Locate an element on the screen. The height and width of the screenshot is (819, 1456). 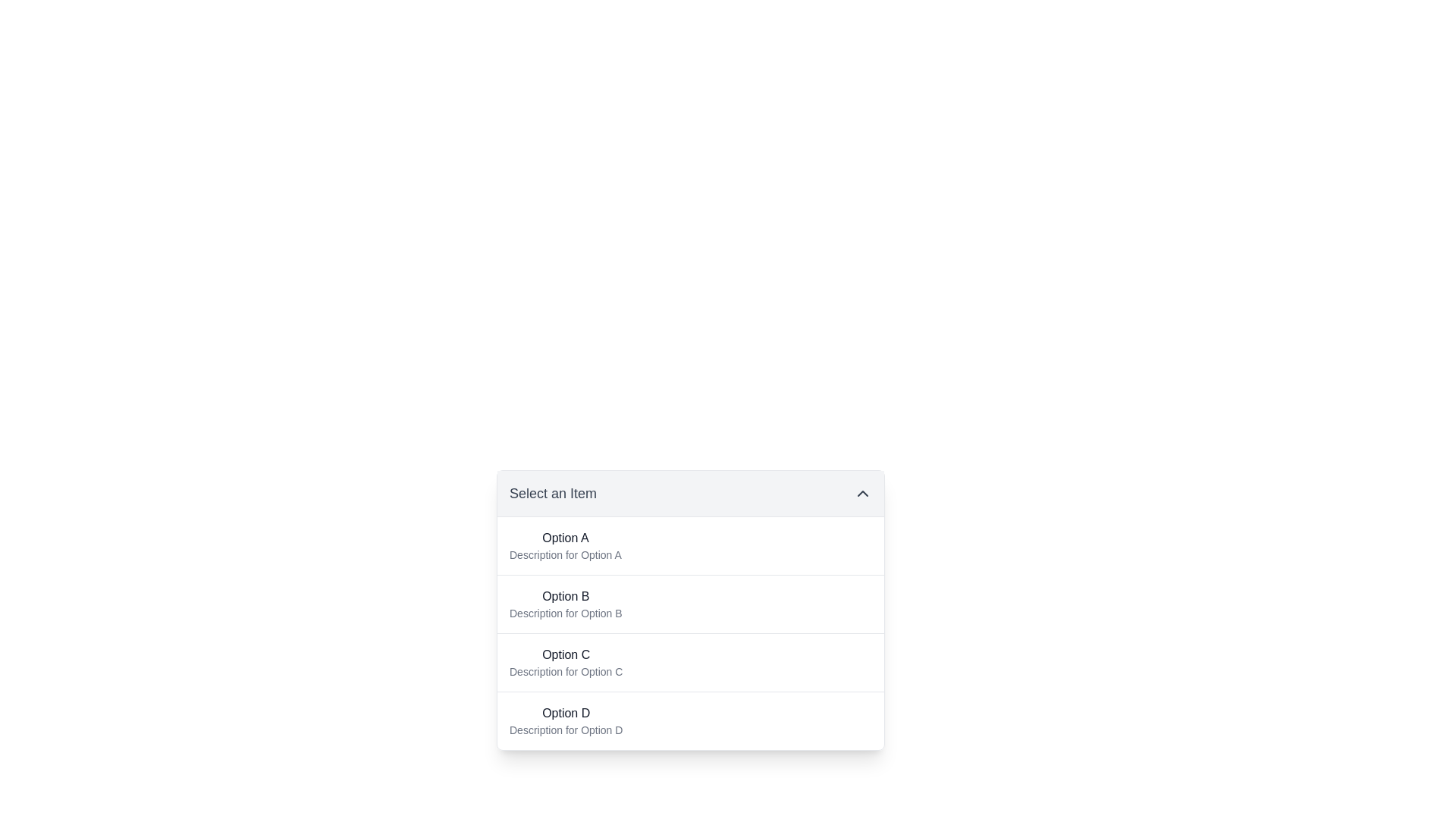
the list item that contains the bold text 'Option C' and the descriptive text 'Description for Option C', positioned centrally in the vertical list under 'Select an Item' is located at coordinates (565, 662).